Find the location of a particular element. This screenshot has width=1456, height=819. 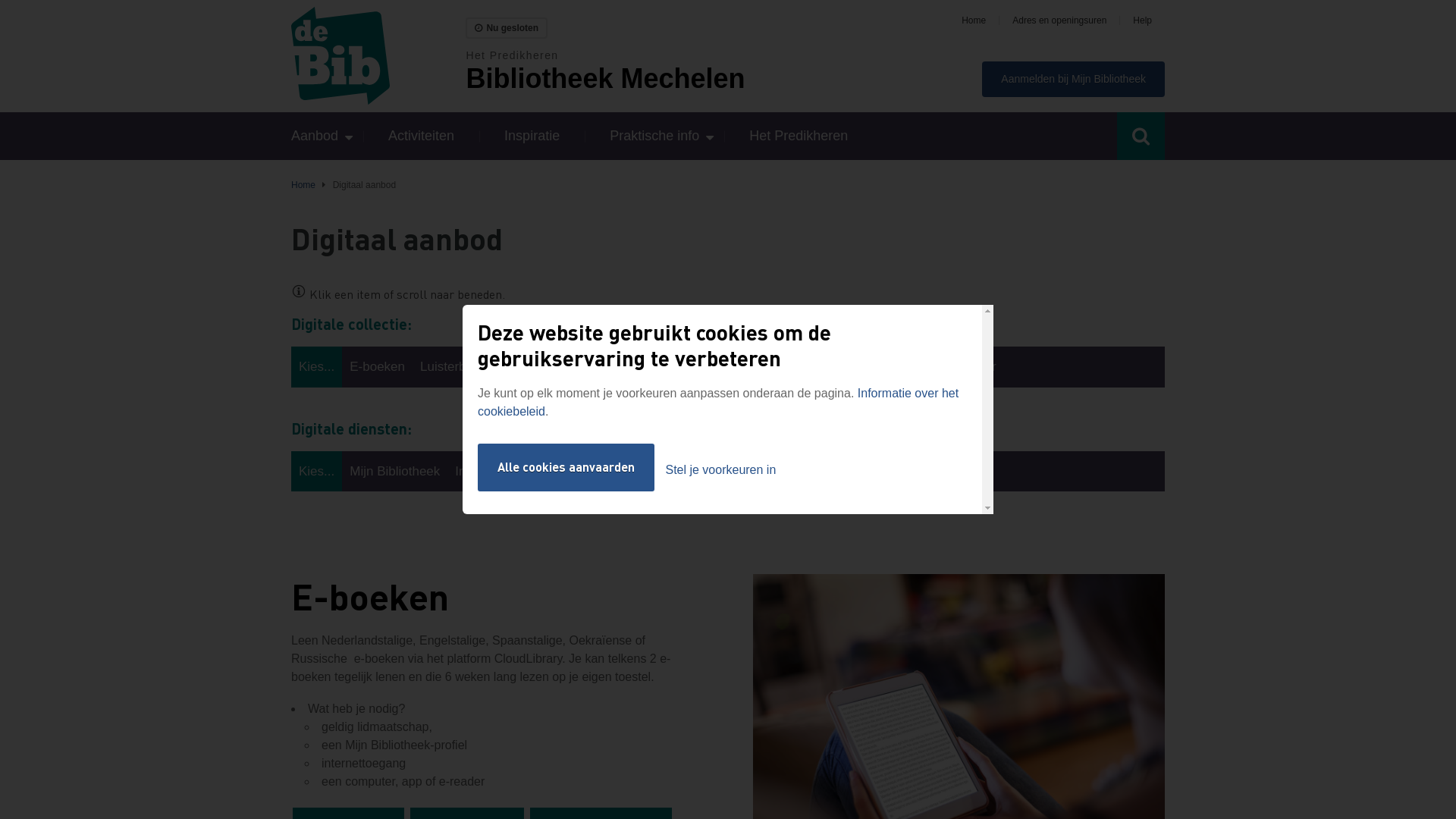

'Kies...' is located at coordinates (315, 366).